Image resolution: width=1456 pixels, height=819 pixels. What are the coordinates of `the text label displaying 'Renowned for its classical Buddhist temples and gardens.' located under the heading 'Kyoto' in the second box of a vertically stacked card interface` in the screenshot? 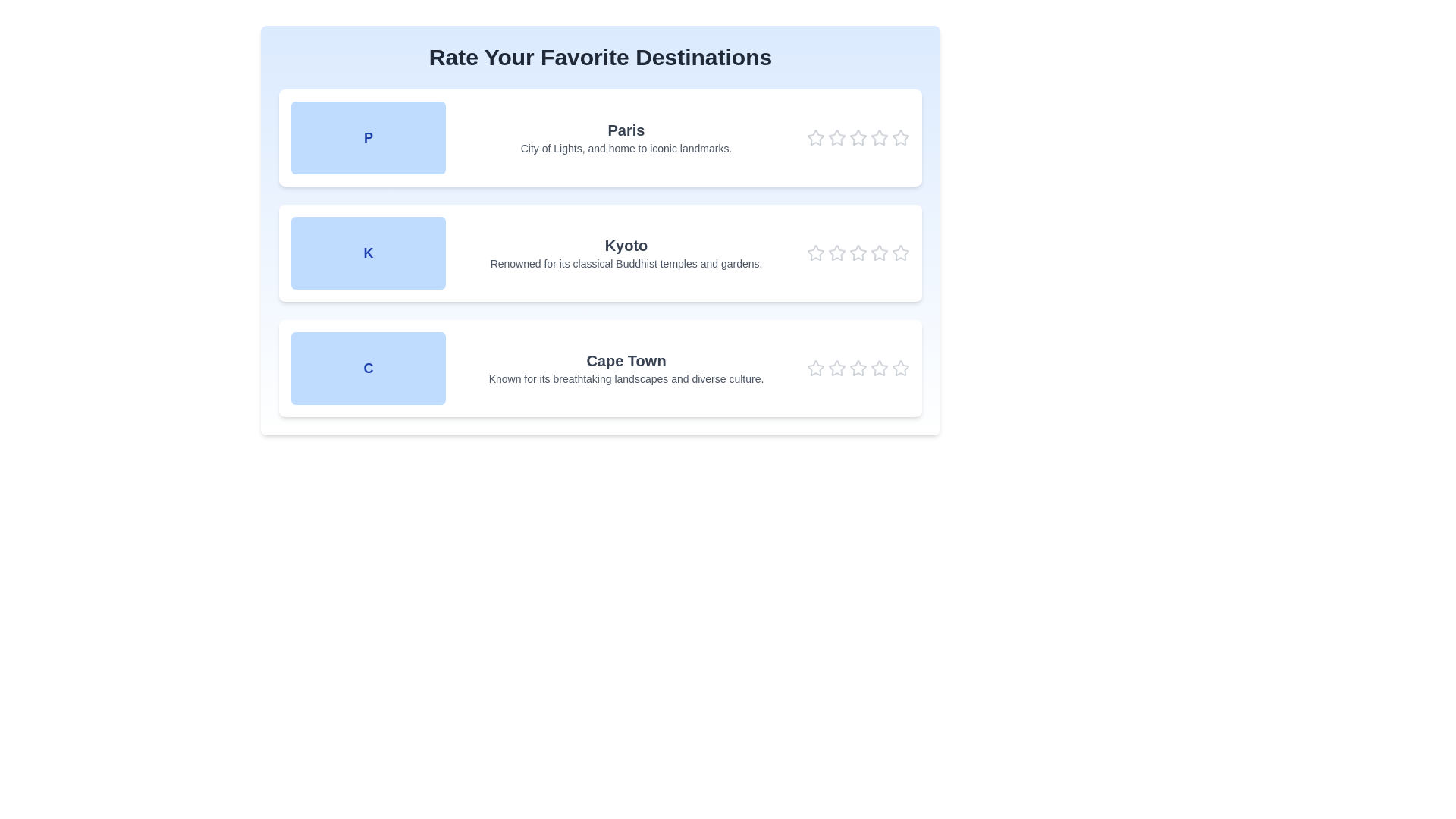 It's located at (626, 262).